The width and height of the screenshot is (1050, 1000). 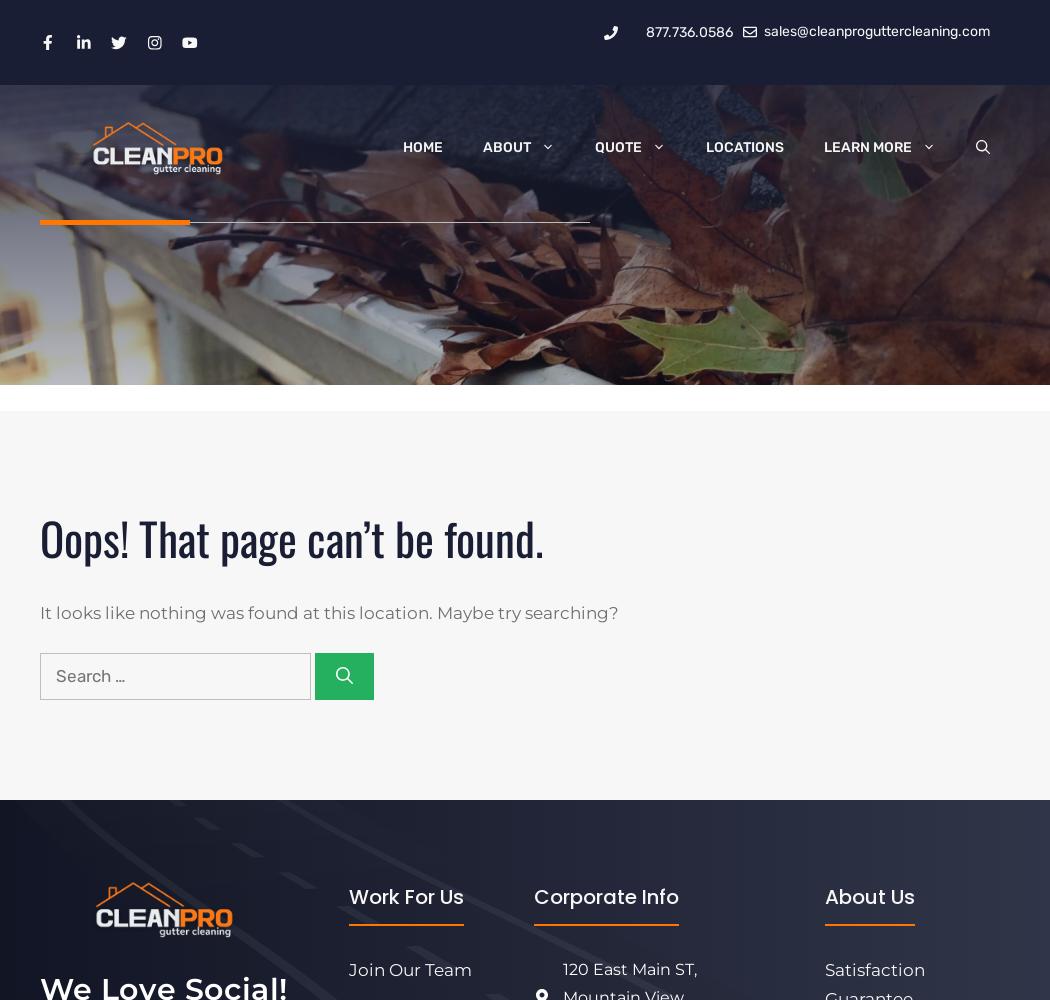 What do you see at coordinates (406, 897) in the screenshot?
I see `'Work For Us'` at bounding box center [406, 897].